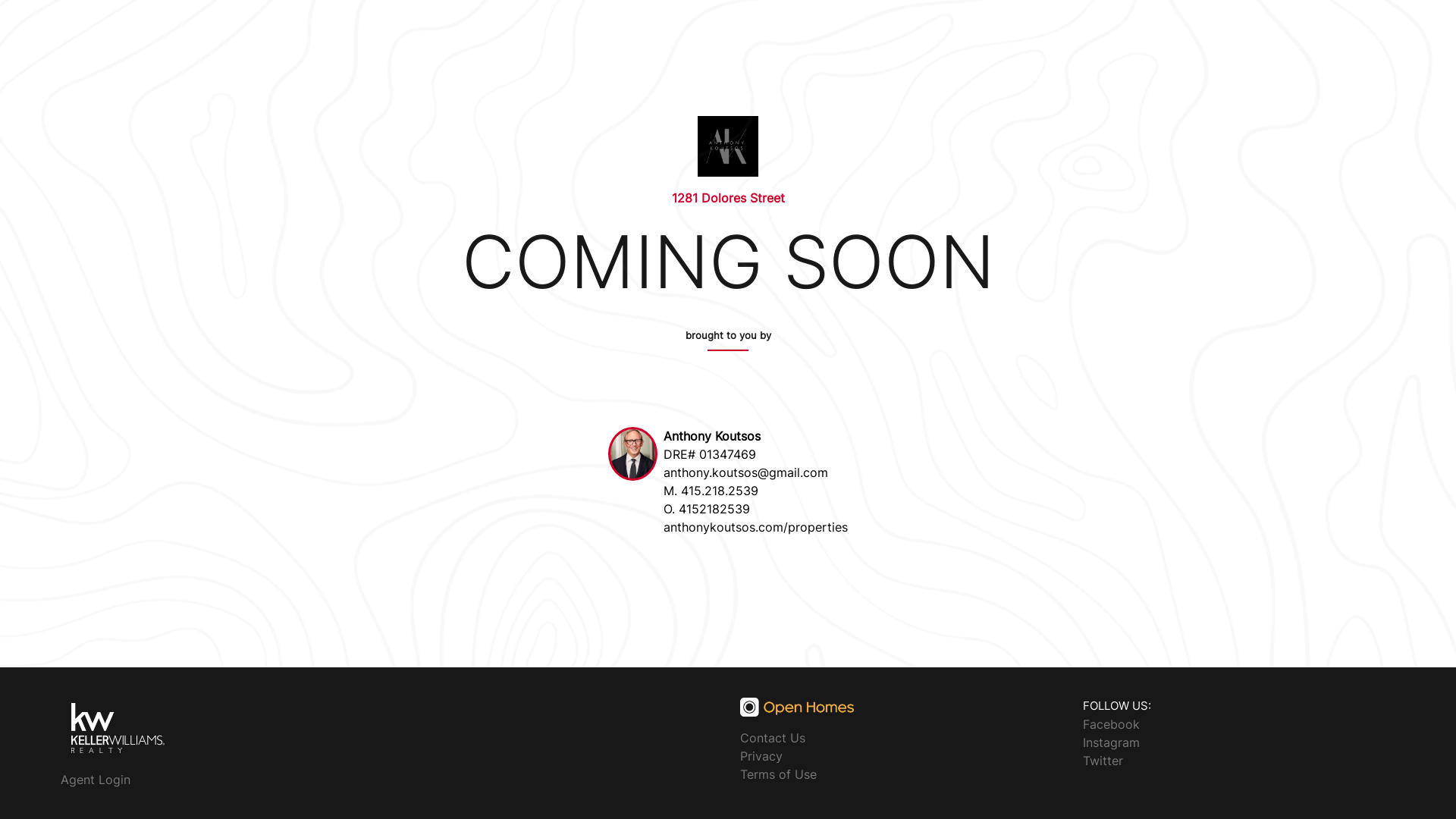  I want to click on 'Instagram', so click(1111, 741).